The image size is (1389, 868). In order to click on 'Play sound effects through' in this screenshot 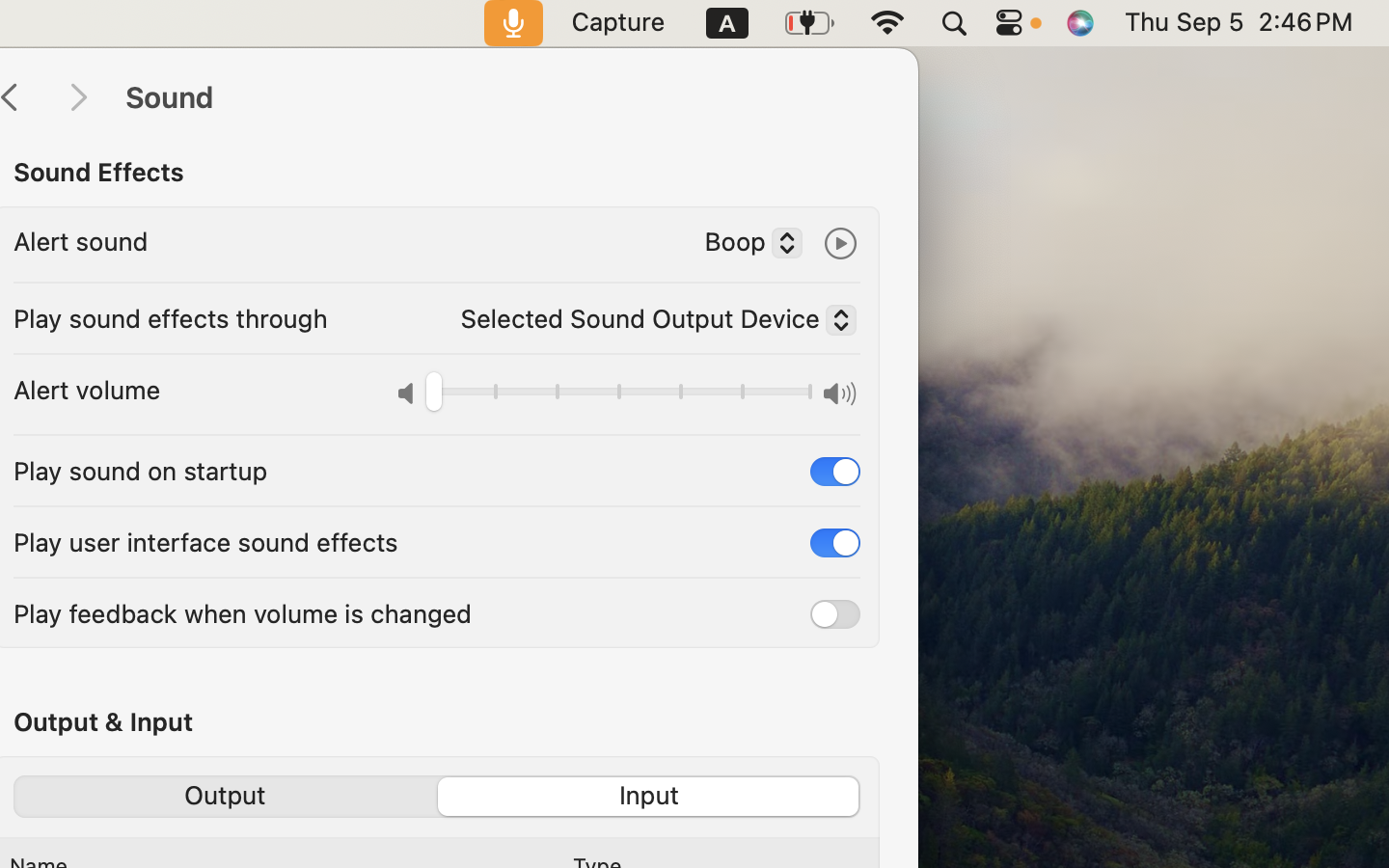, I will do `click(169, 317)`.